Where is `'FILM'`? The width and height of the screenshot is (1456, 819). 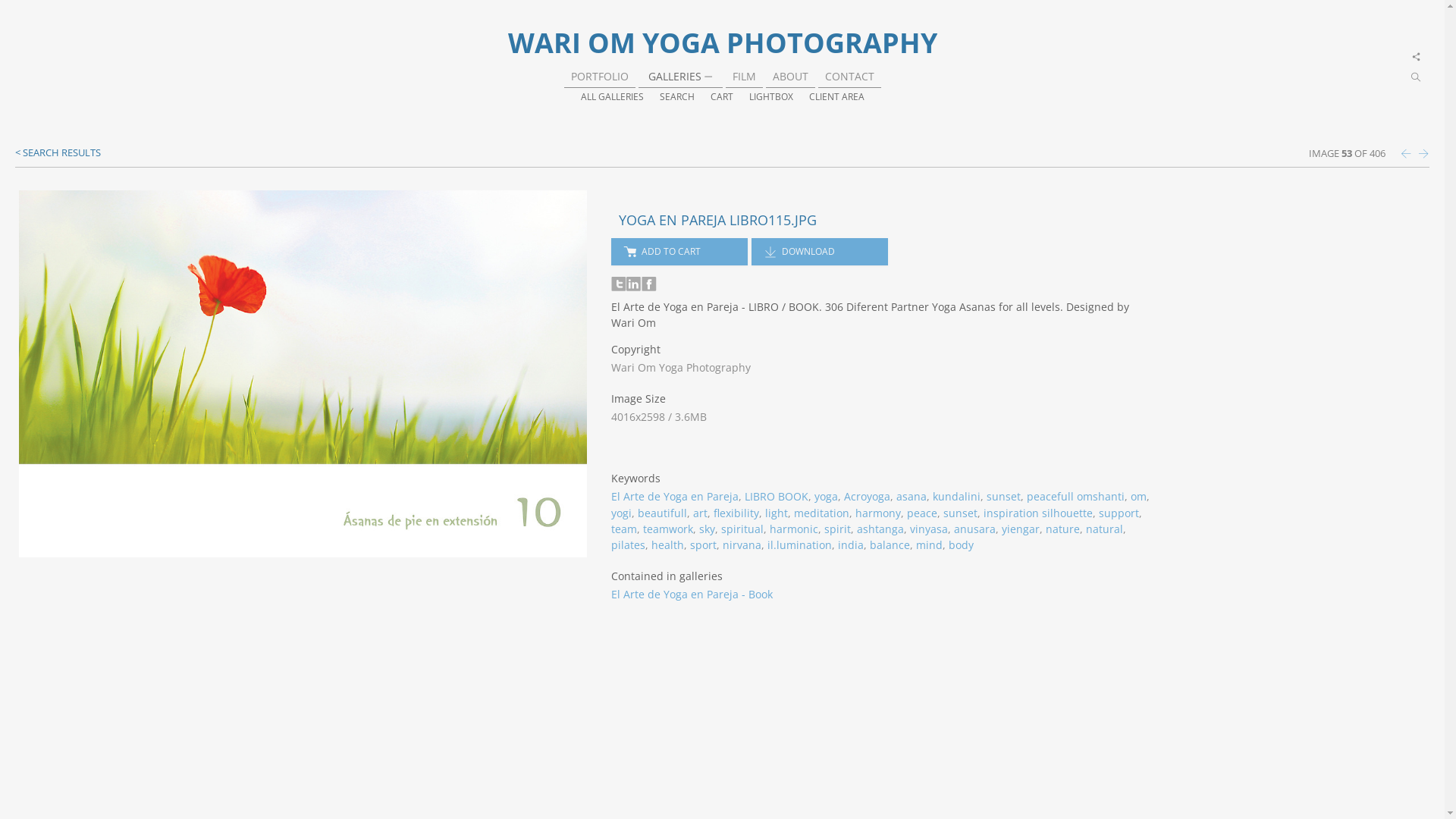 'FILM' is located at coordinates (744, 76).